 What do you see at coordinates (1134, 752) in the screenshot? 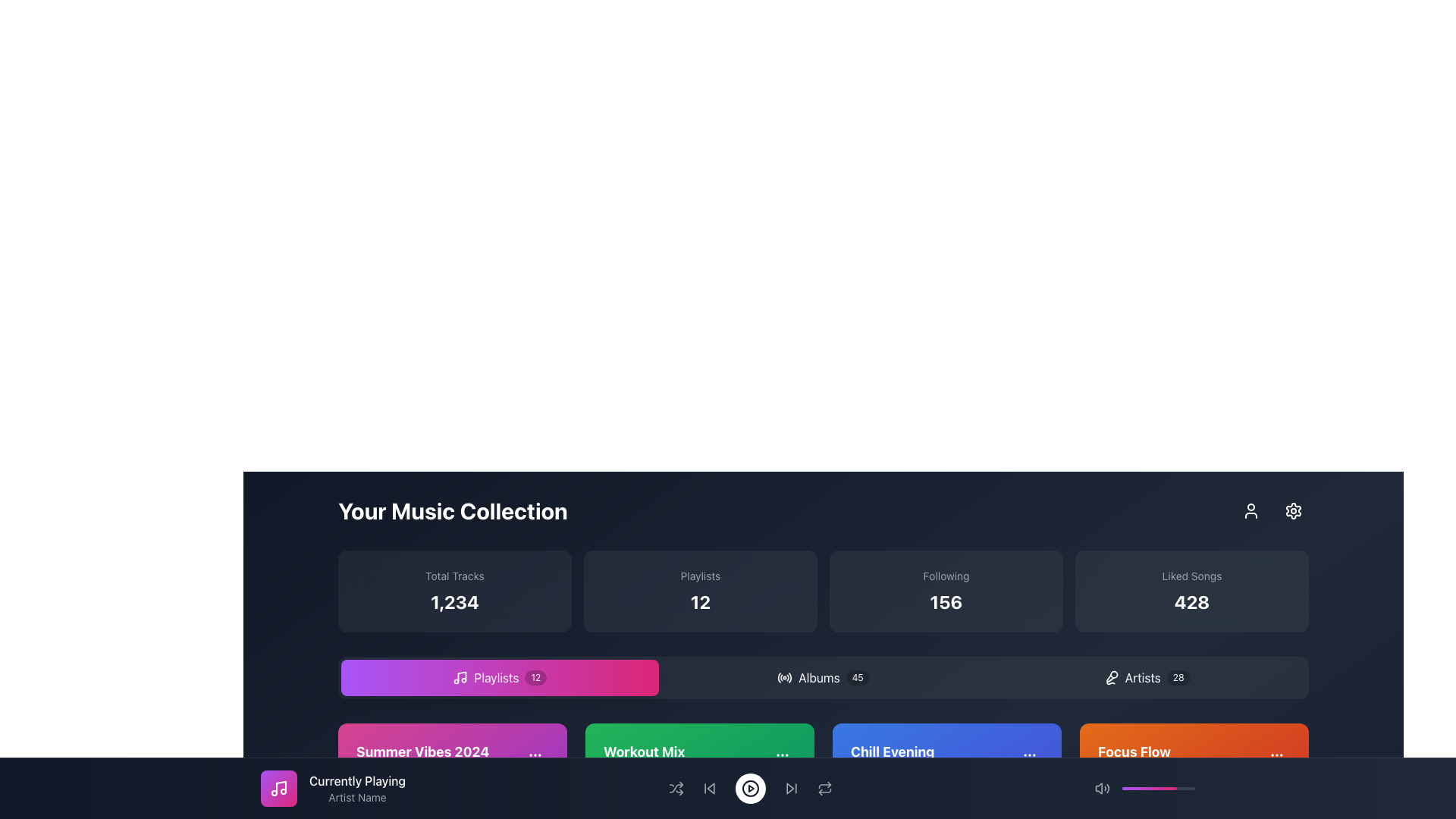
I see `text displayed on the 'Focus Flow' label, which is a bold, white text on a vivid orange background located in the bottom-right corner of the playlist cards section` at bounding box center [1134, 752].